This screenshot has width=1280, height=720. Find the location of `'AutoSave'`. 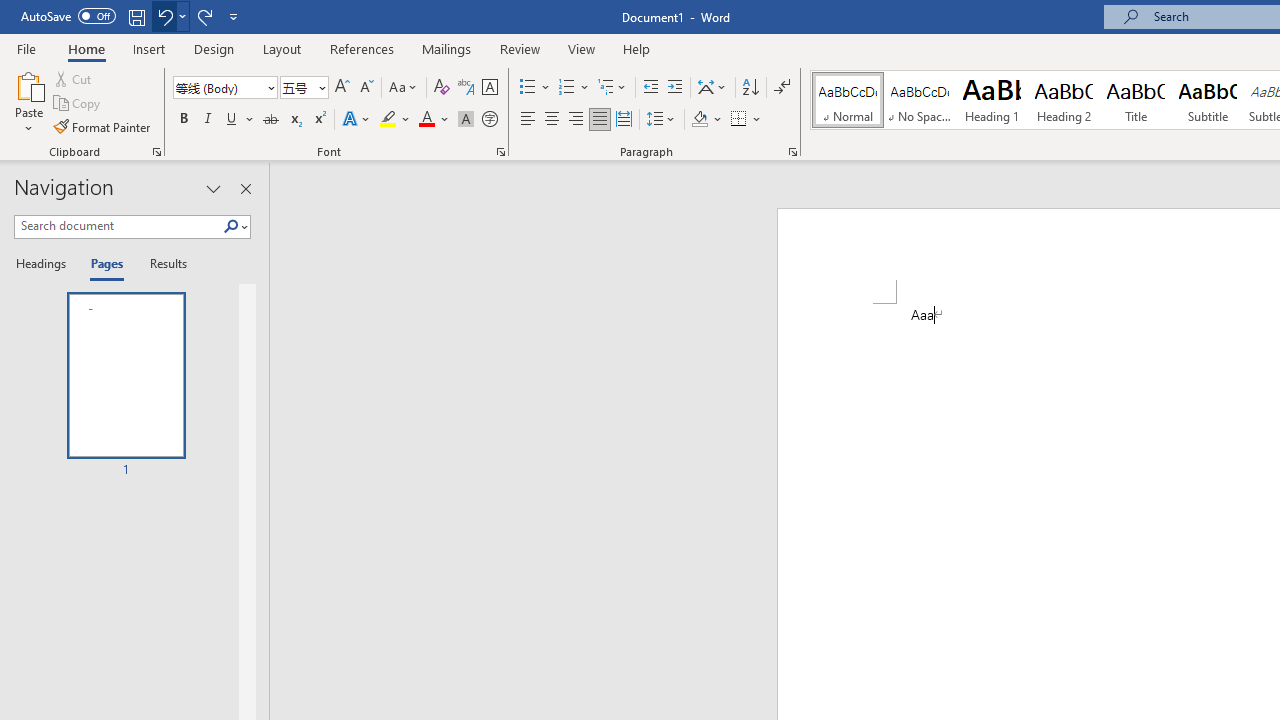

'AutoSave' is located at coordinates (68, 16).